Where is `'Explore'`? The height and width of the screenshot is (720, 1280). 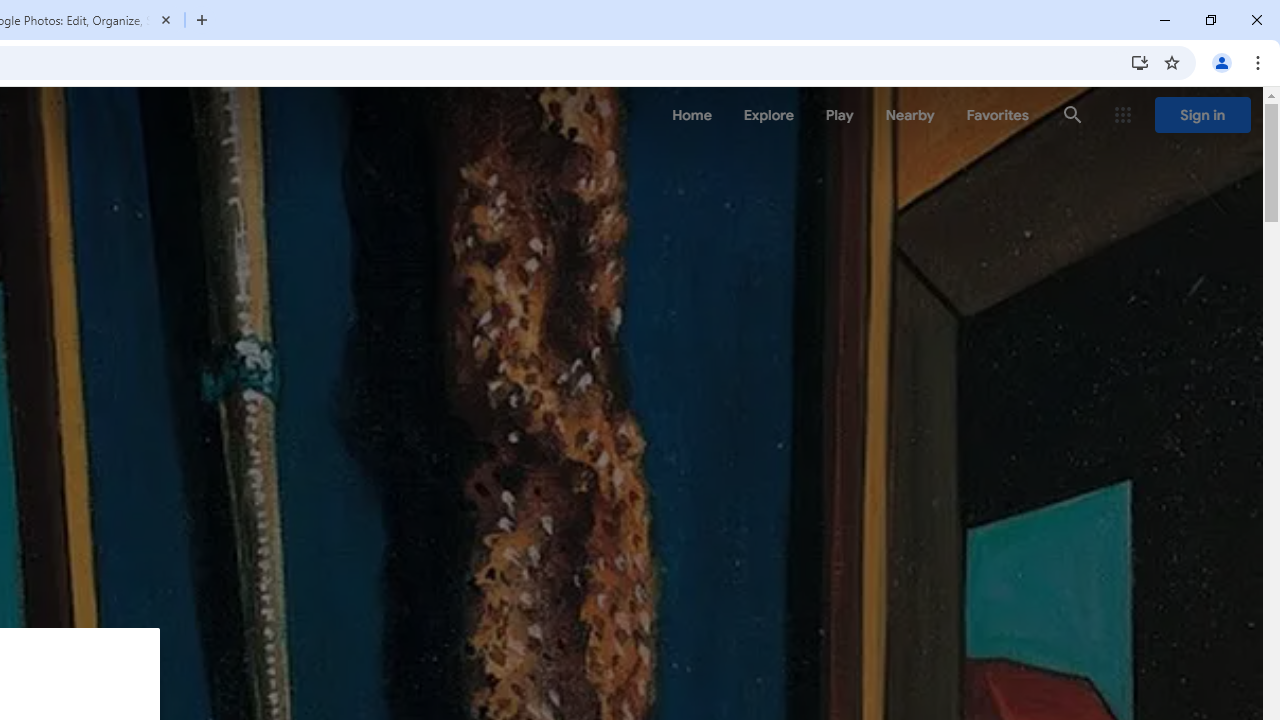 'Explore' is located at coordinates (767, 115).